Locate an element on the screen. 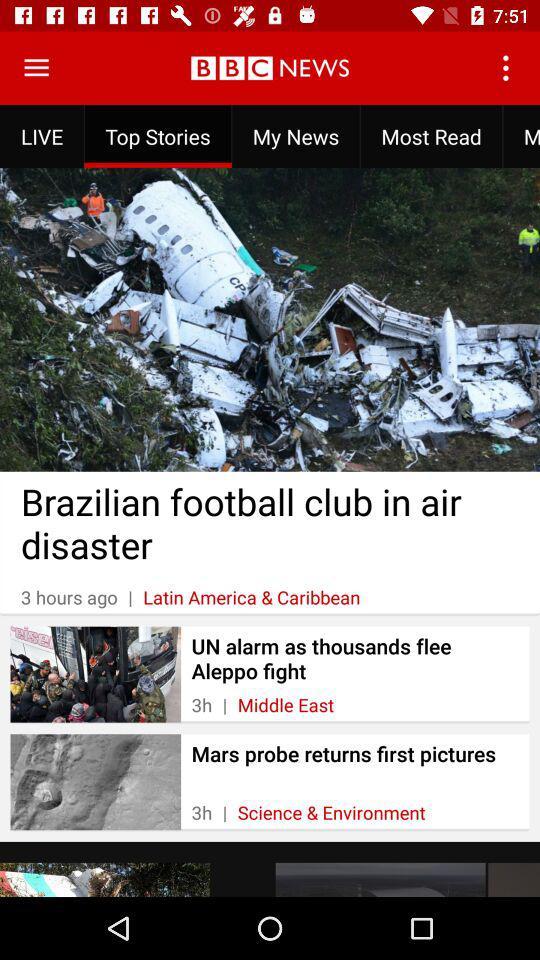  item next to the | icon is located at coordinates (284, 705).